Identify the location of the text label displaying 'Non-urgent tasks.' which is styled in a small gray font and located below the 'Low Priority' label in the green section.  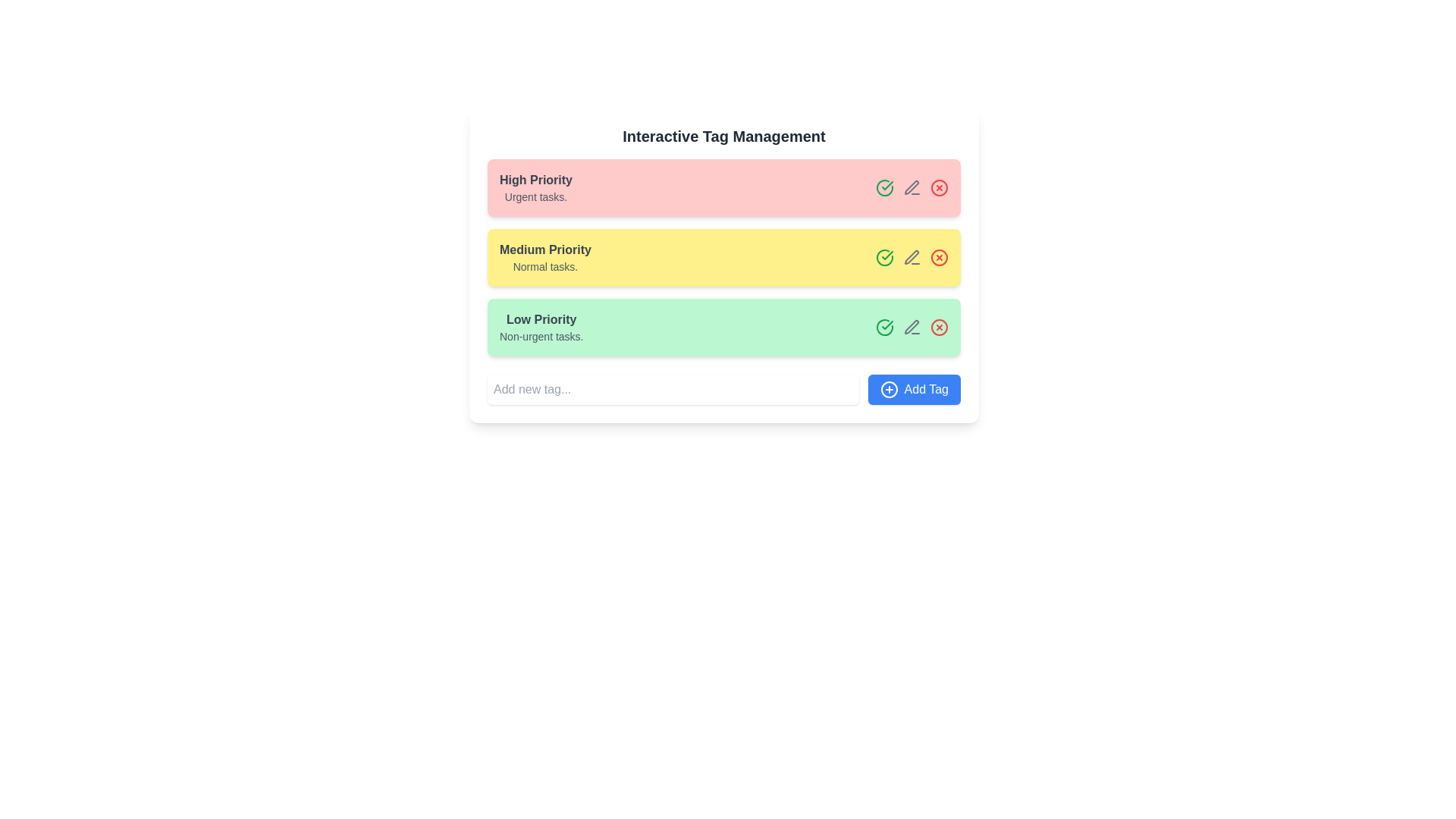
(541, 335).